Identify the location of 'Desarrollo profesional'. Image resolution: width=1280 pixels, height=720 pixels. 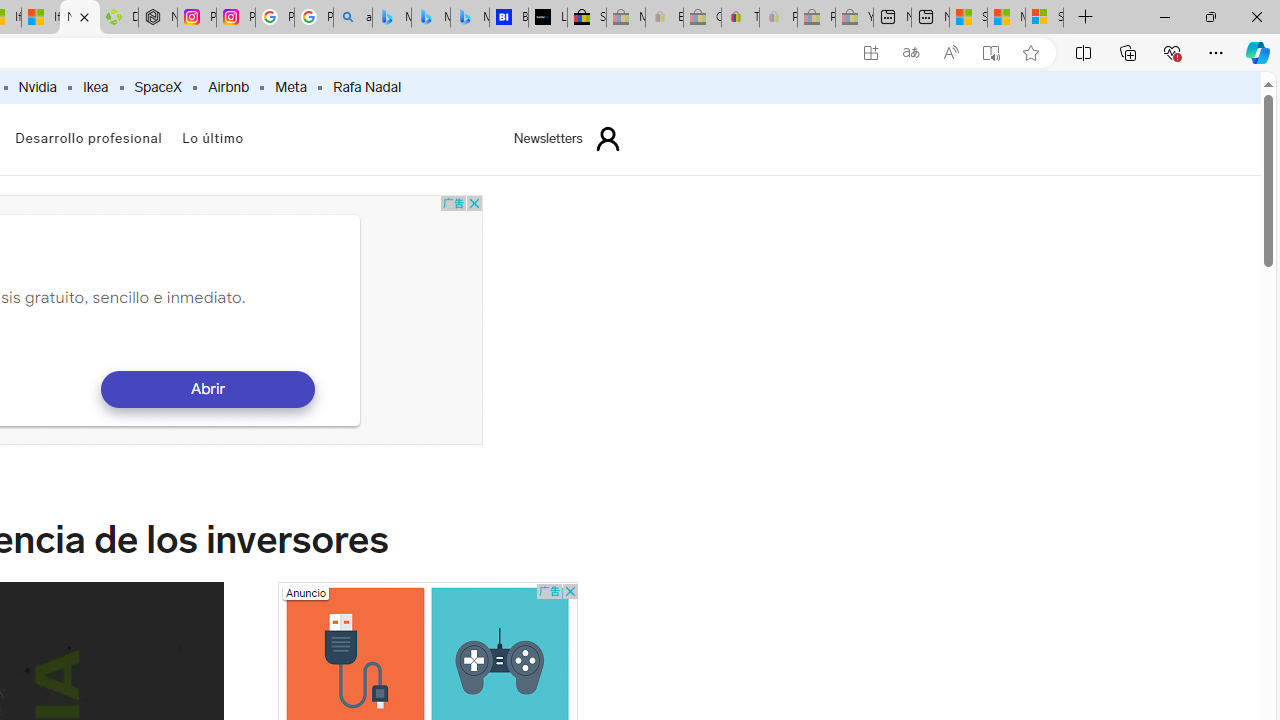
(87, 138).